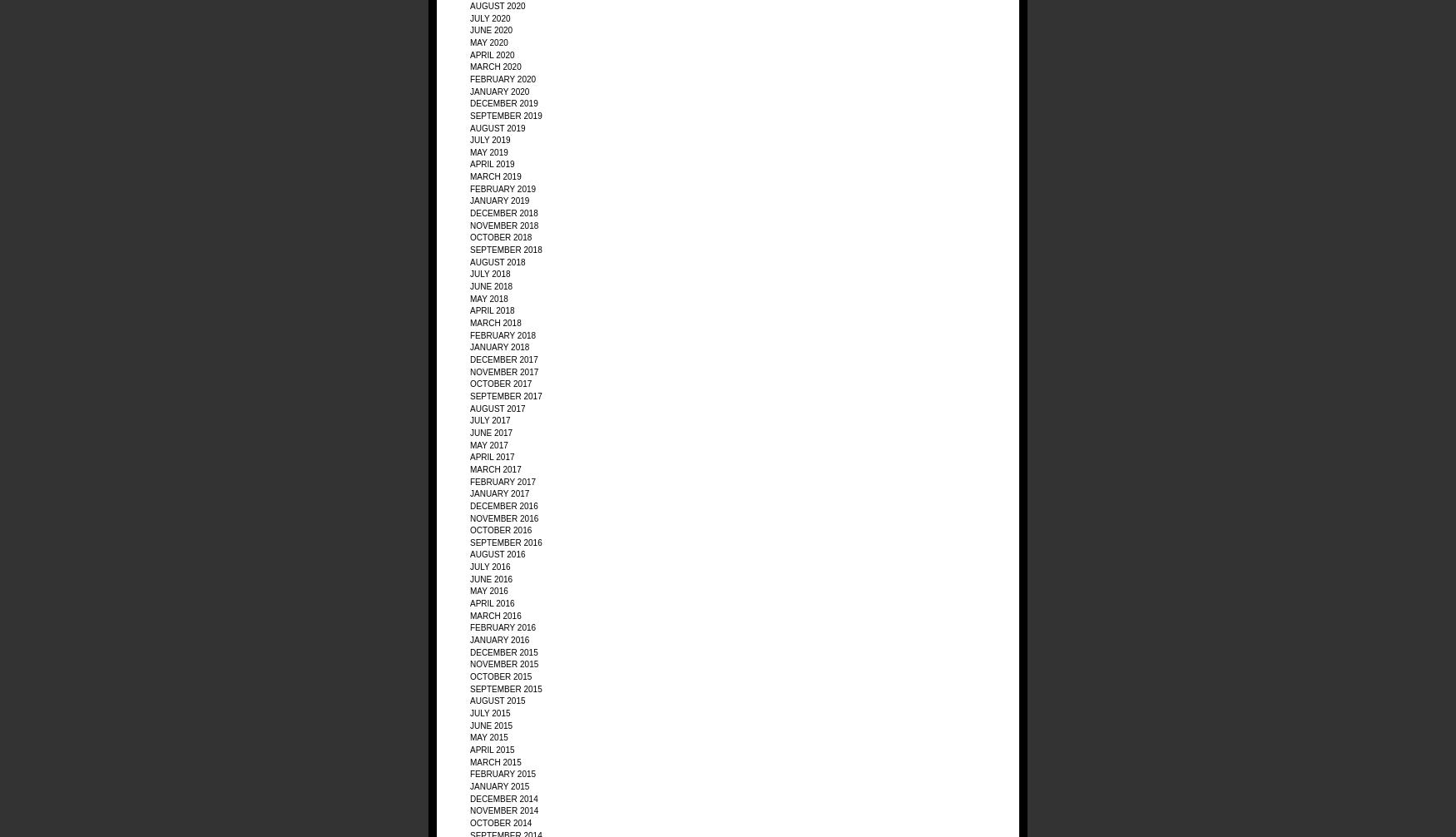  I want to click on 'March 2020', so click(495, 67).